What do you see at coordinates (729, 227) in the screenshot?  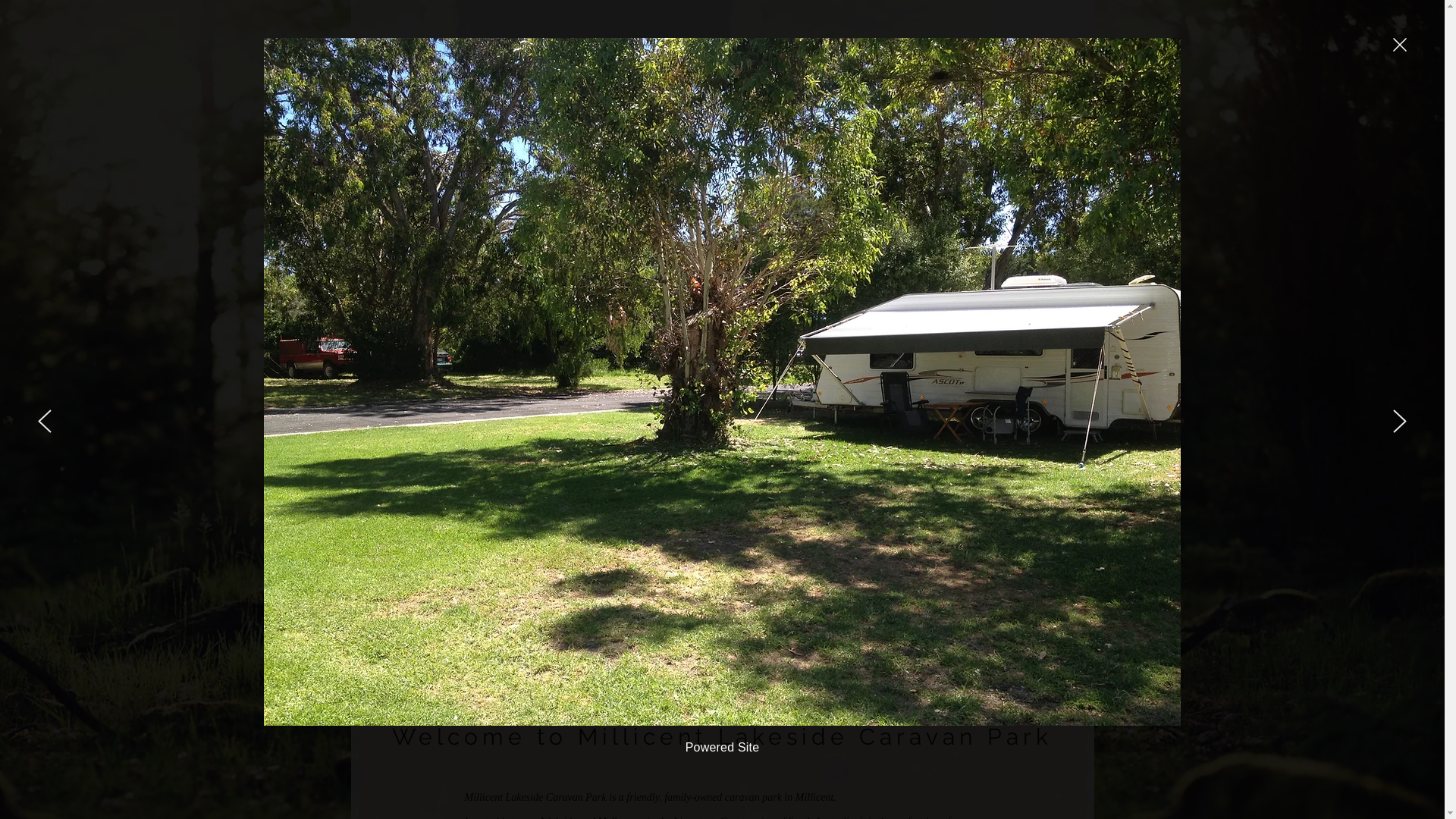 I see `'ABOUT US'` at bounding box center [729, 227].